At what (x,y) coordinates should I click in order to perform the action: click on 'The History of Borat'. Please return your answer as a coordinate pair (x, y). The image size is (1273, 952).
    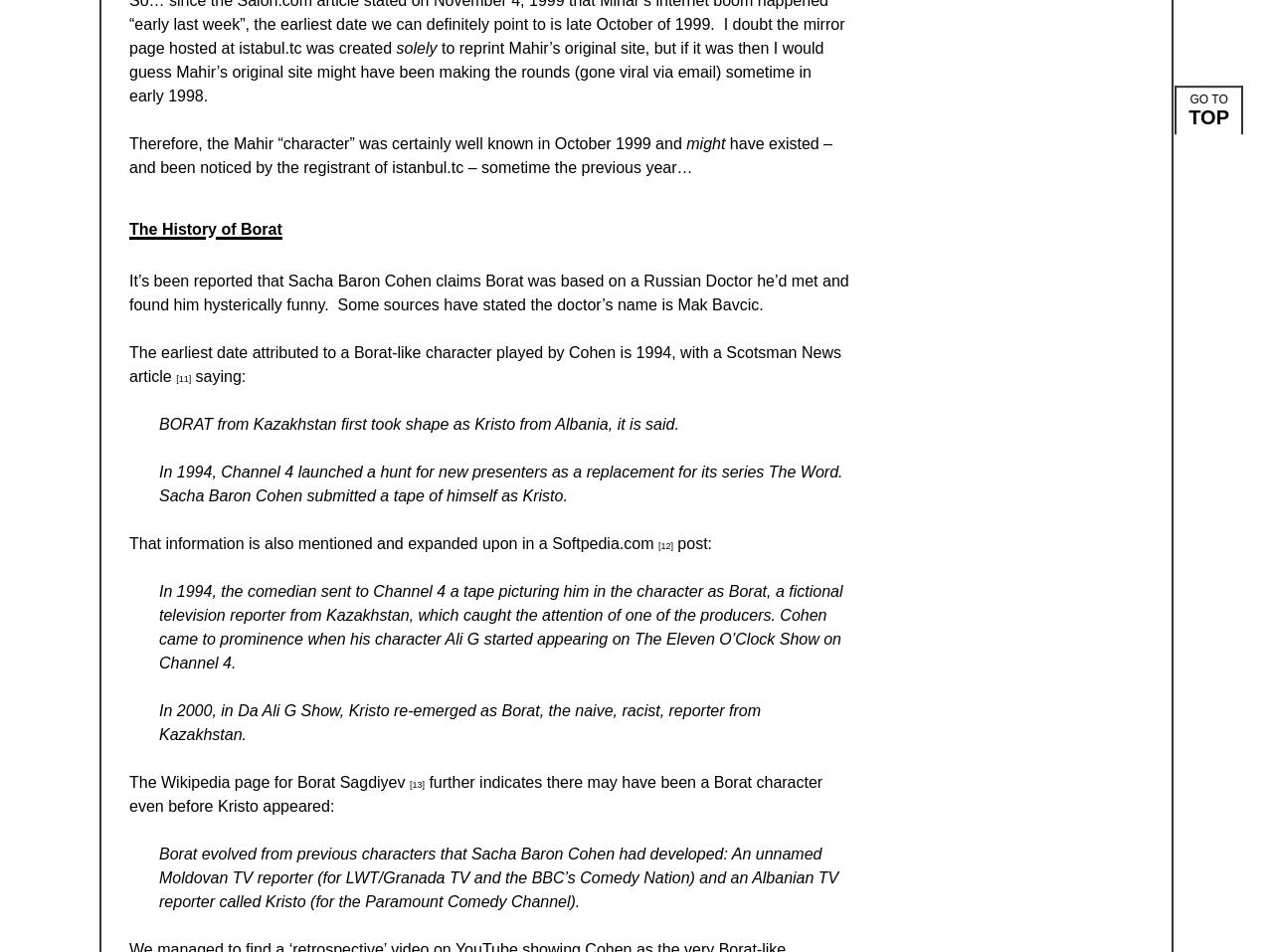
    Looking at the image, I should click on (128, 227).